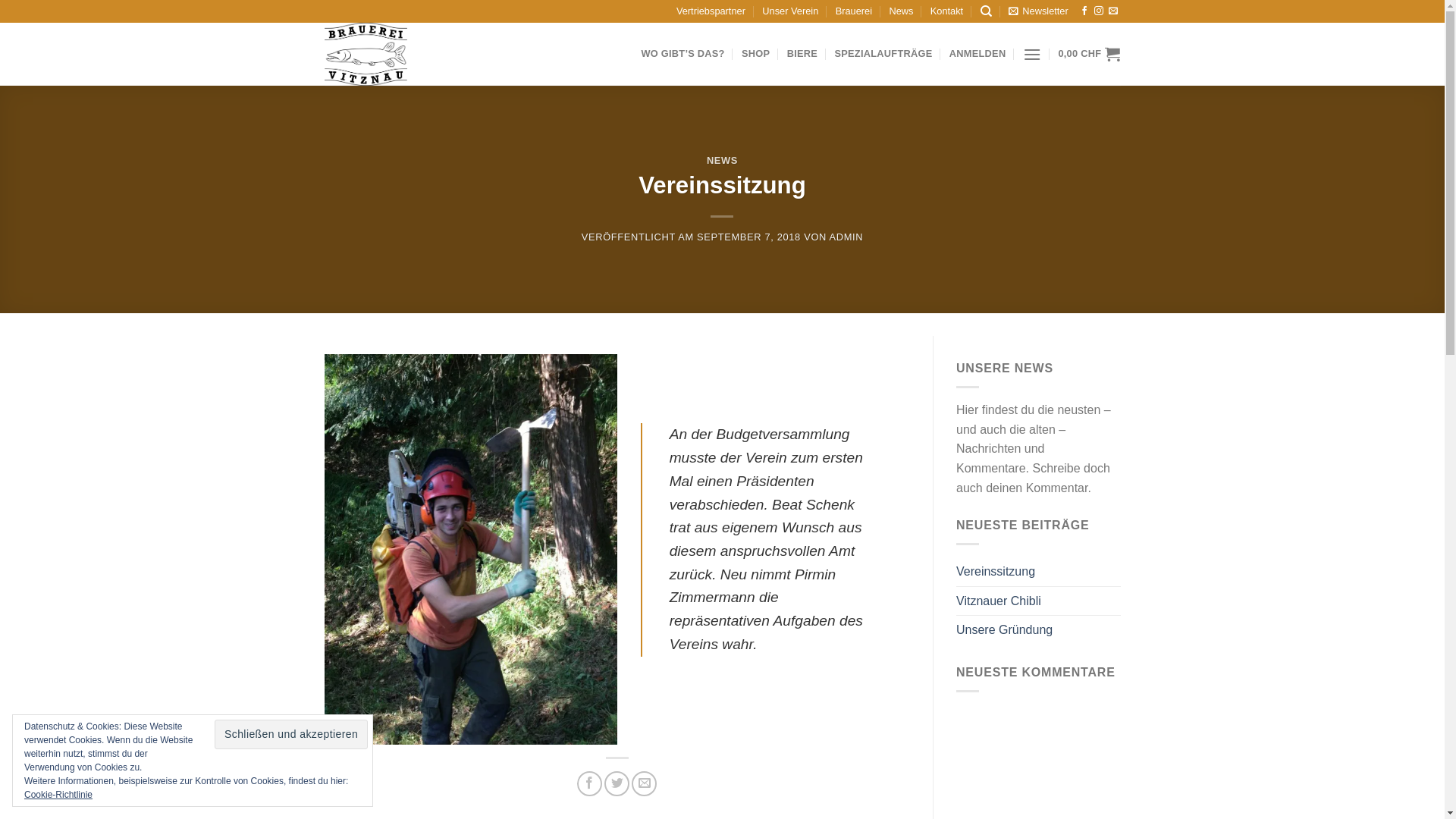  I want to click on 'Cookie-Richtlinie', so click(24, 794).